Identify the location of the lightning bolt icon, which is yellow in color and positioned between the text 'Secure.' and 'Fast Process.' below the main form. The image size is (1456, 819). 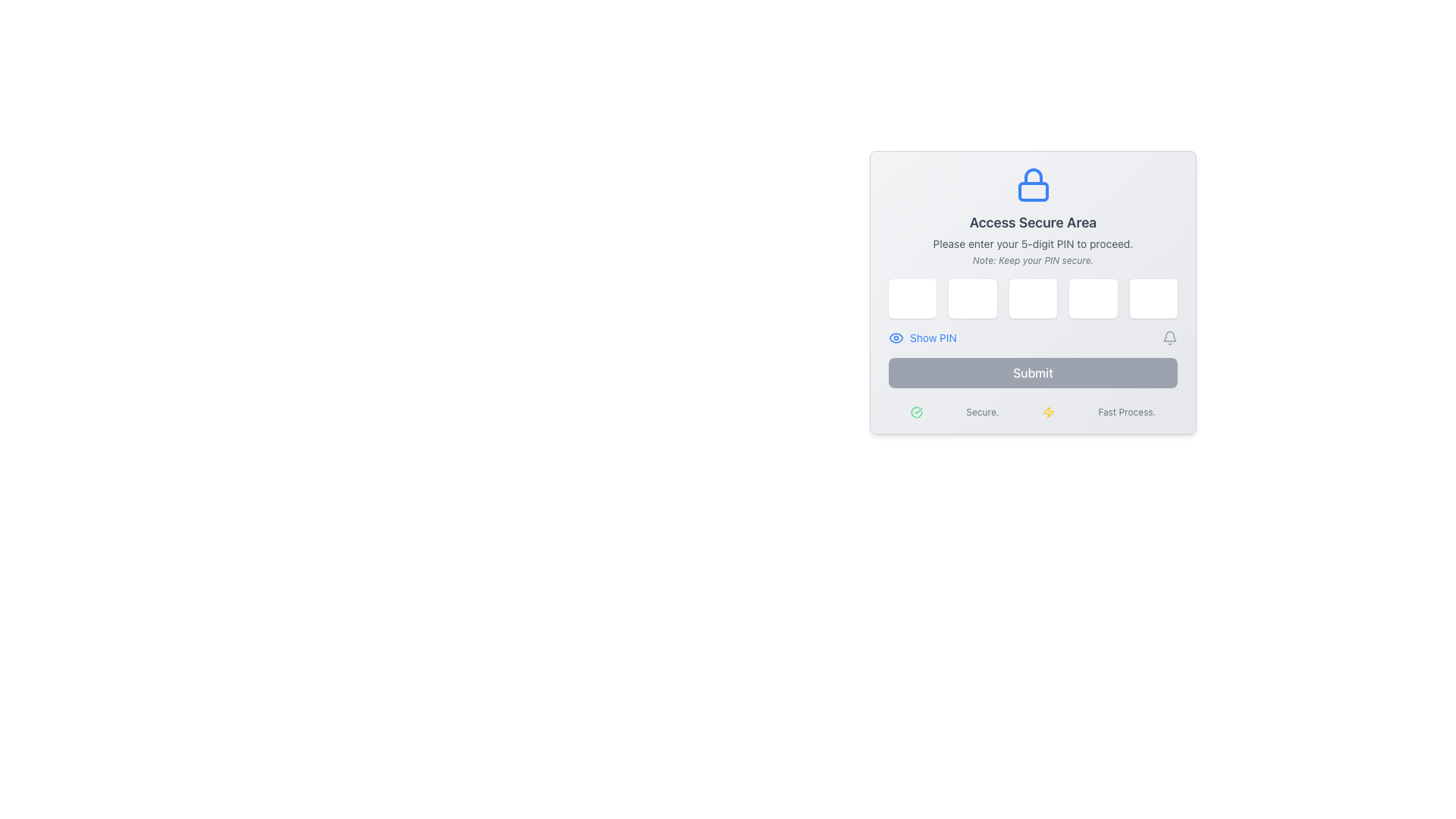
(1047, 412).